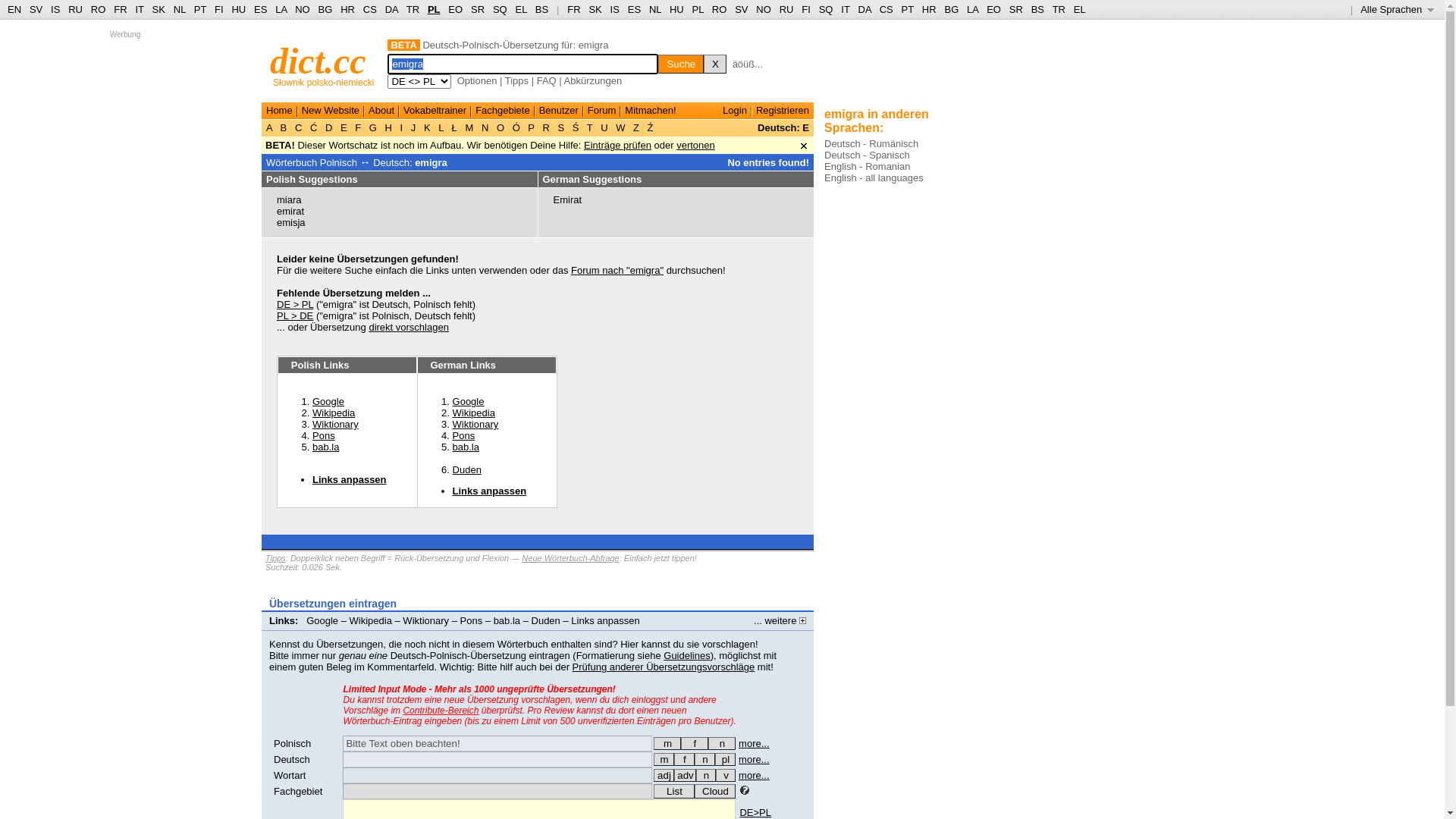 This screenshot has height=819, width=1456. Describe the element at coordinates (440, 127) in the screenshot. I see `'L'` at that location.